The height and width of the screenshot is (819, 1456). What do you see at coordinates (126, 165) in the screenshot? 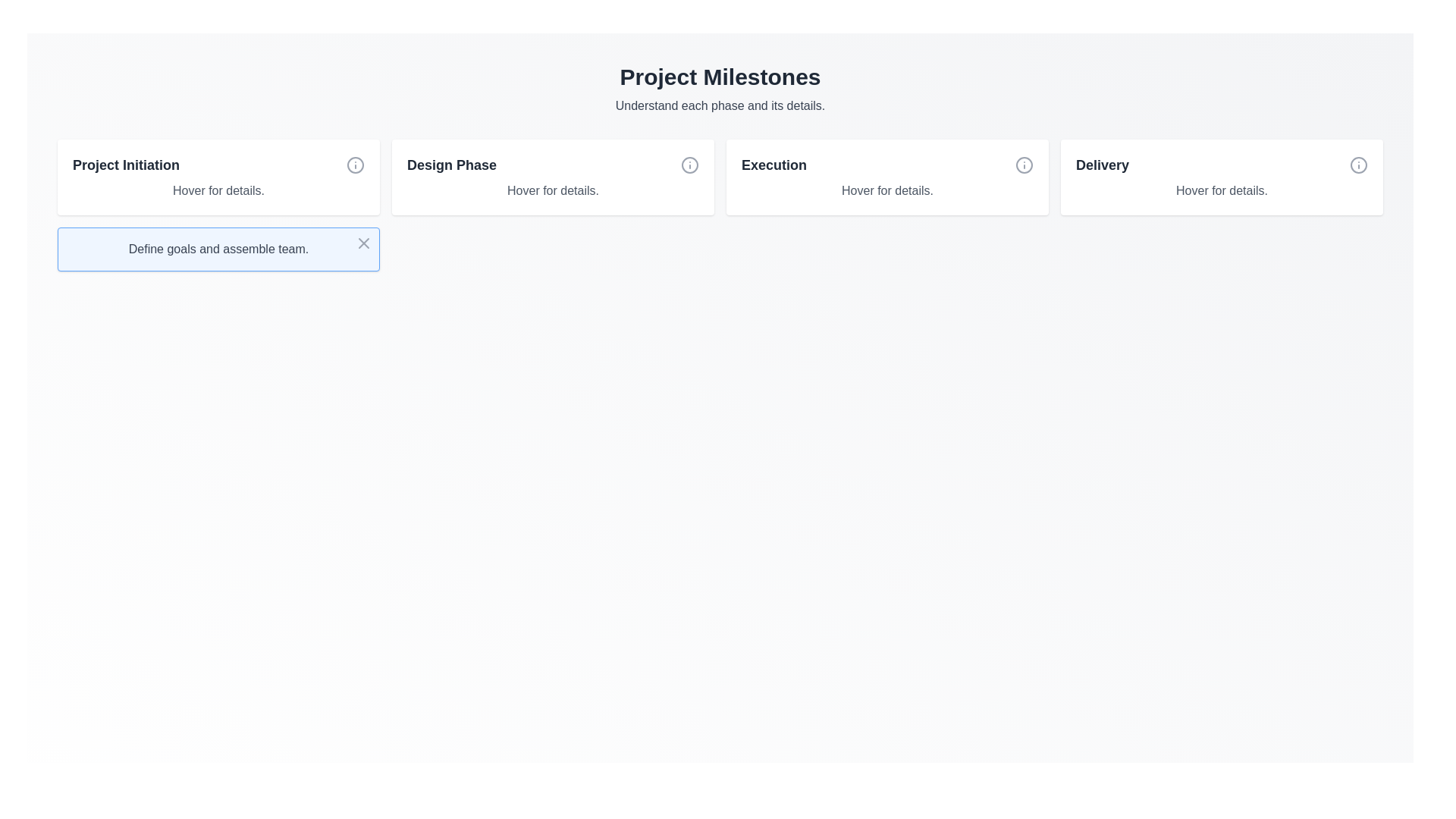
I see `the bold text label reading 'Project Initiation' located at the upper left segment of the rectangular card to trigger additional interactions` at bounding box center [126, 165].